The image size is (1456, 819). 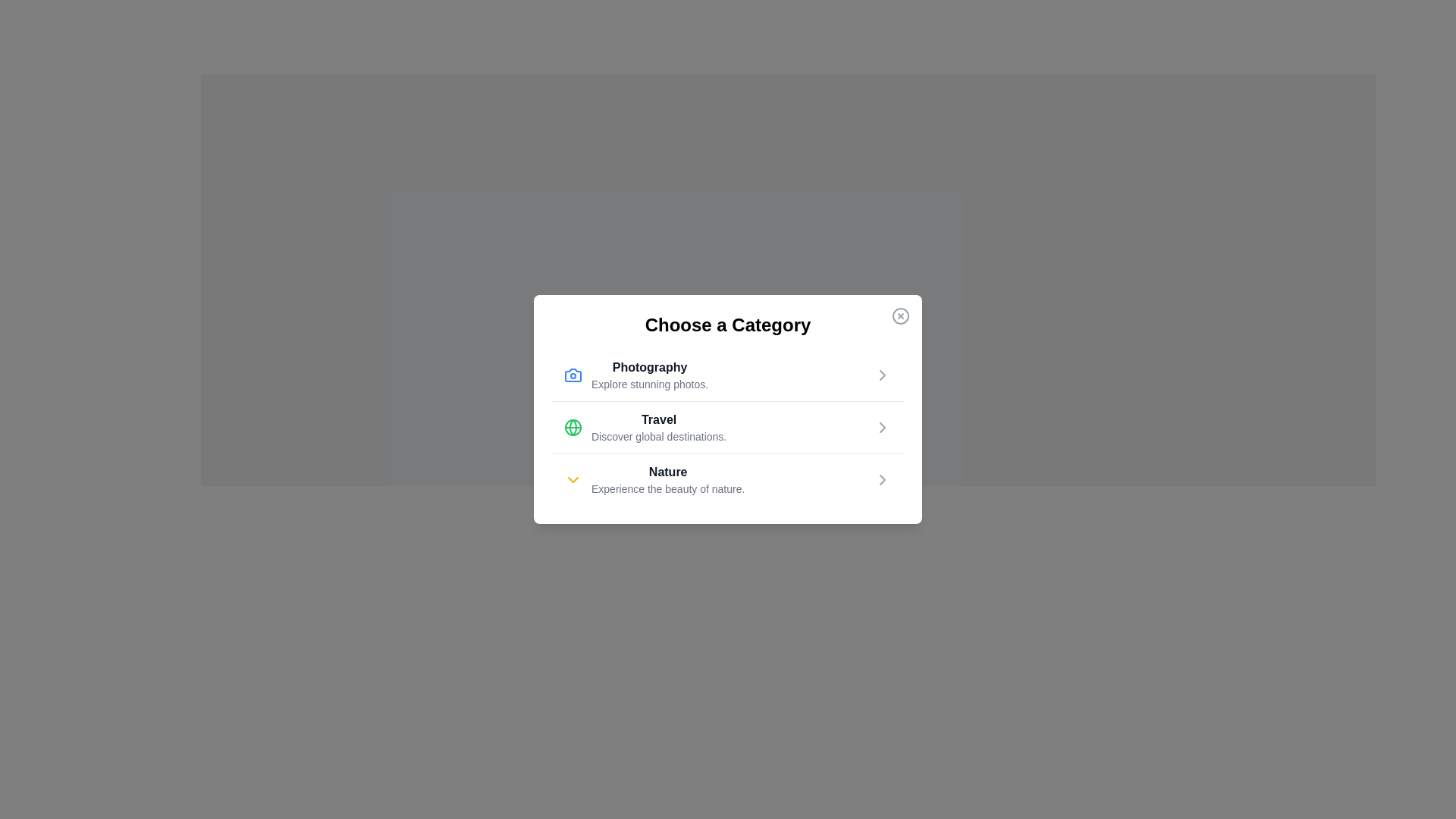 I want to click on the textual label with the title 'Travel' and subtitle 'Discover global destinations.' located in the second row under 'Choose a Category', so click(x=659, y=427).